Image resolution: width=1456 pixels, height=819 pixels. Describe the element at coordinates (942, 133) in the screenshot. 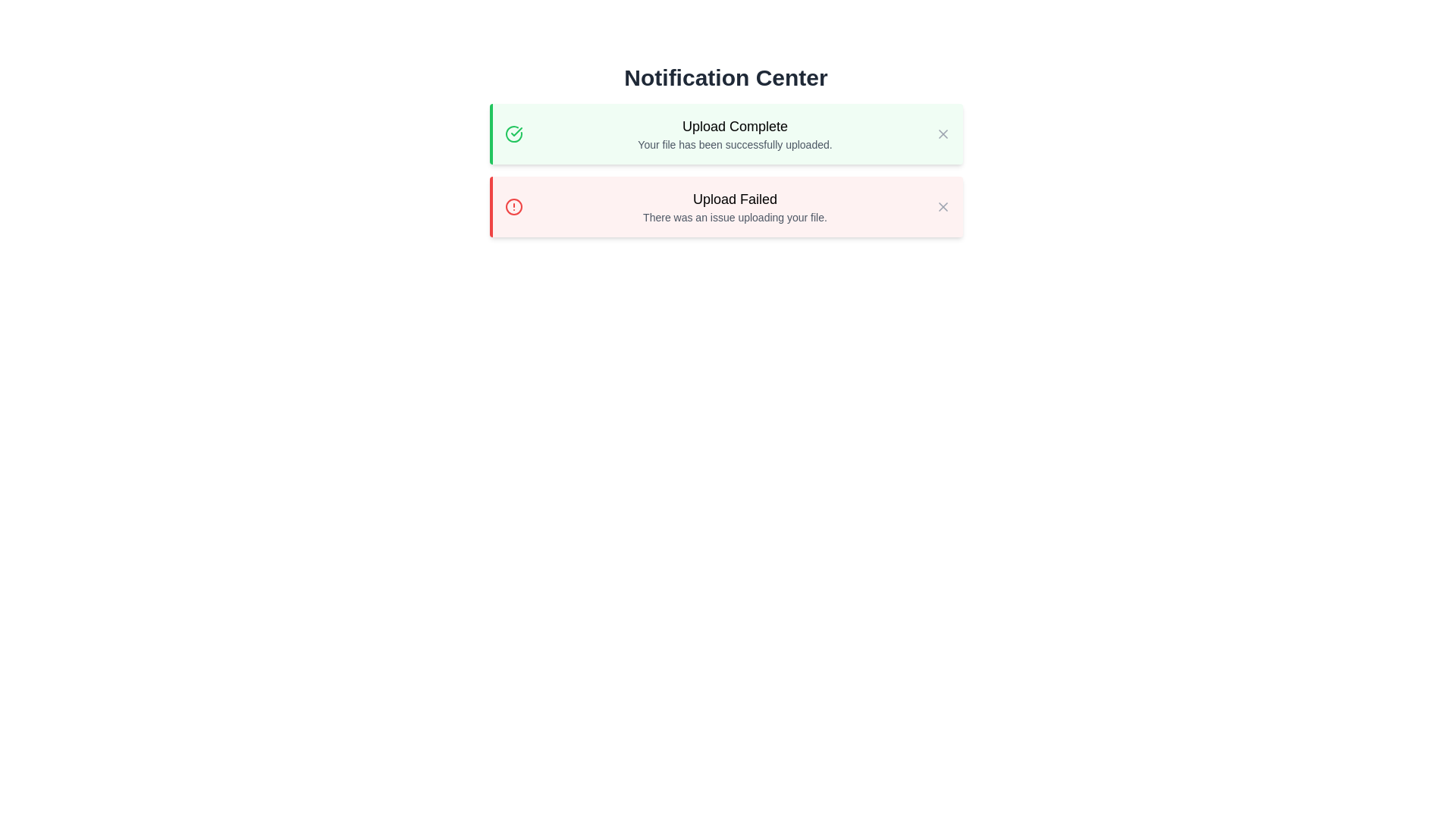

I see `the close button located in the top-right corner of the 'Upload Complete' notification` at that location.